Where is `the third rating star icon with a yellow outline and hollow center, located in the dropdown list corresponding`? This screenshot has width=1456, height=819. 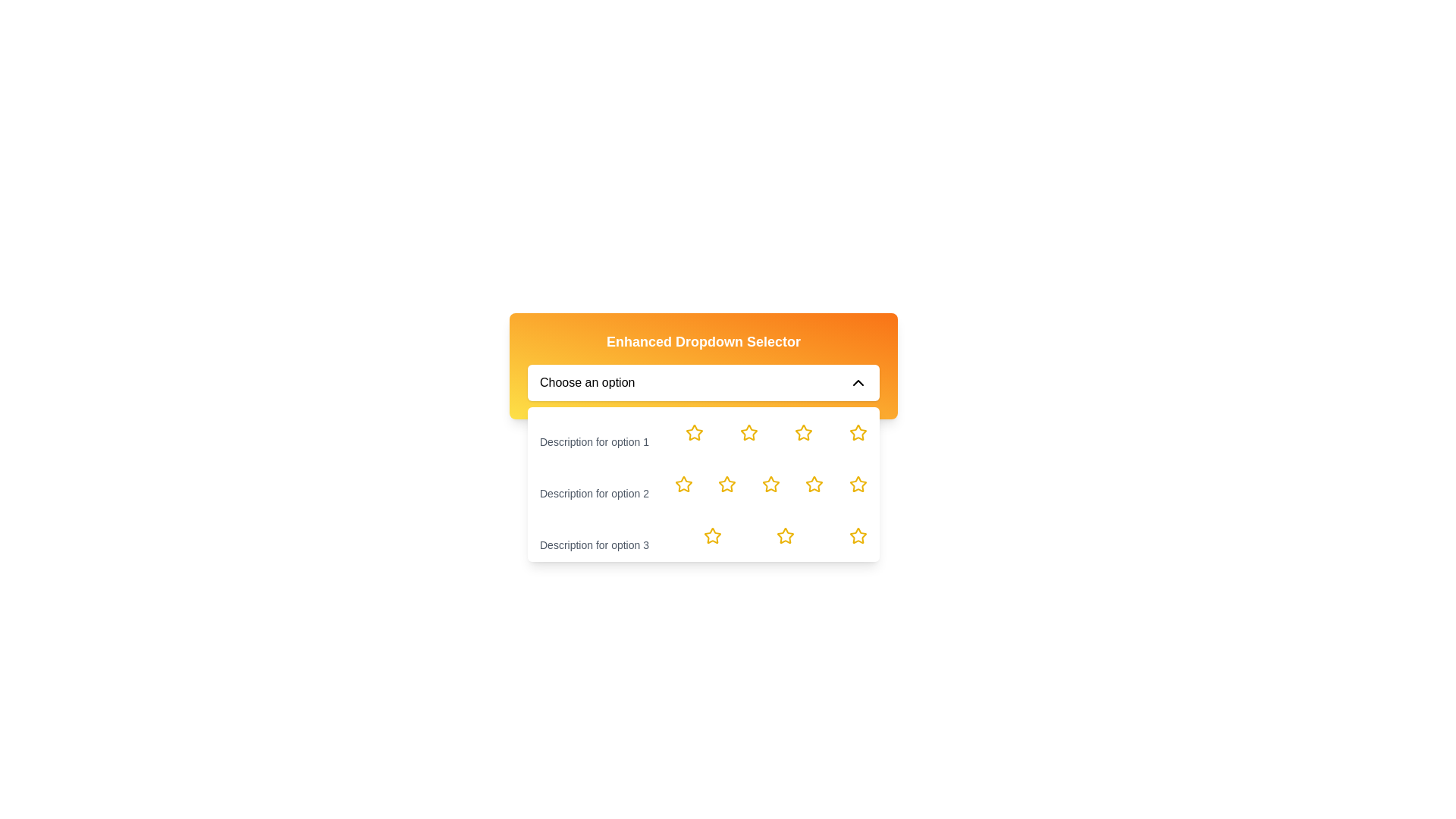
the third rating star icon with a yellow outline and hollow center, located in the dropdown list corresponding is located at coordinates (682, 484).